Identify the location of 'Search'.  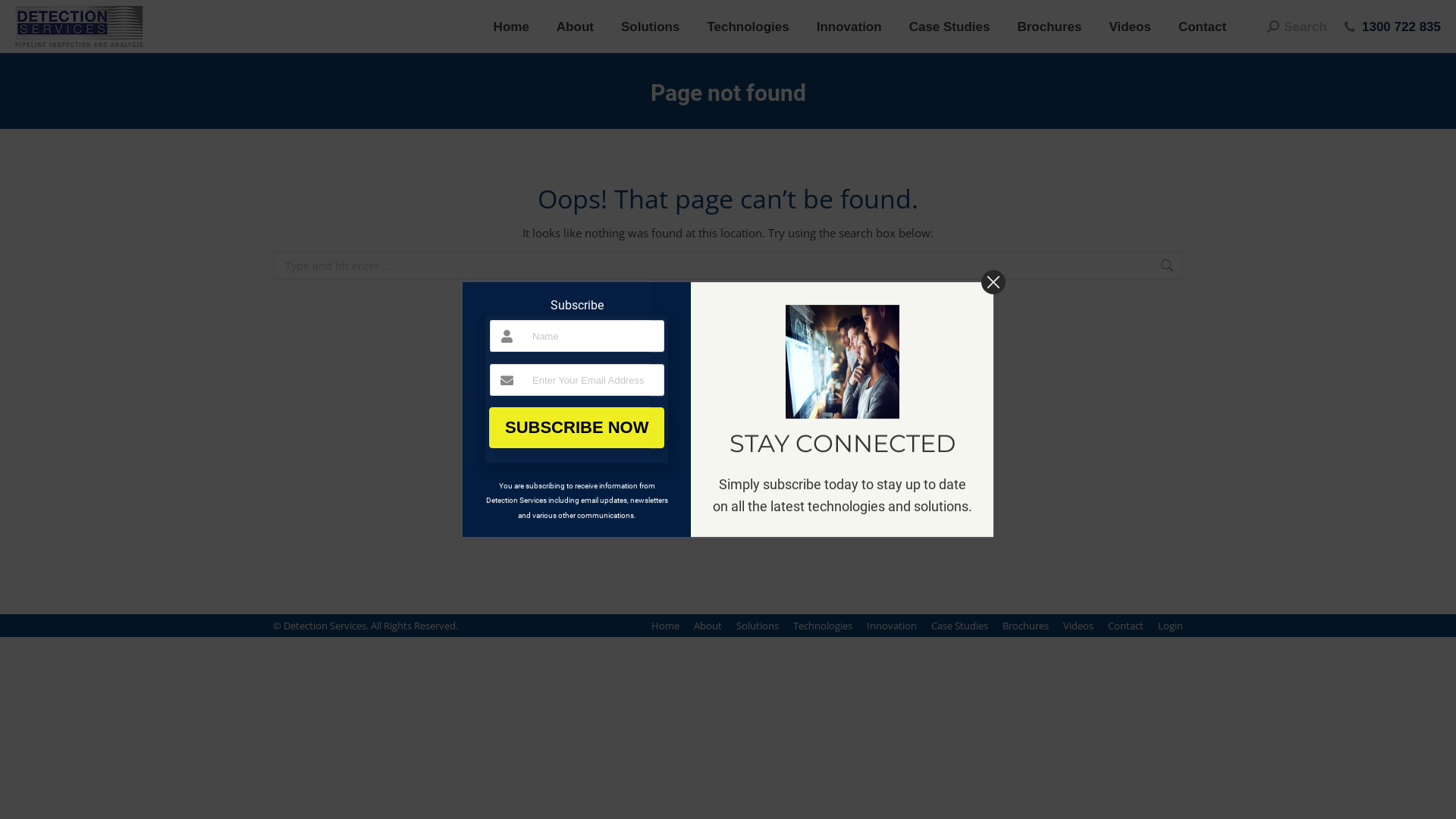
(1296, 26).